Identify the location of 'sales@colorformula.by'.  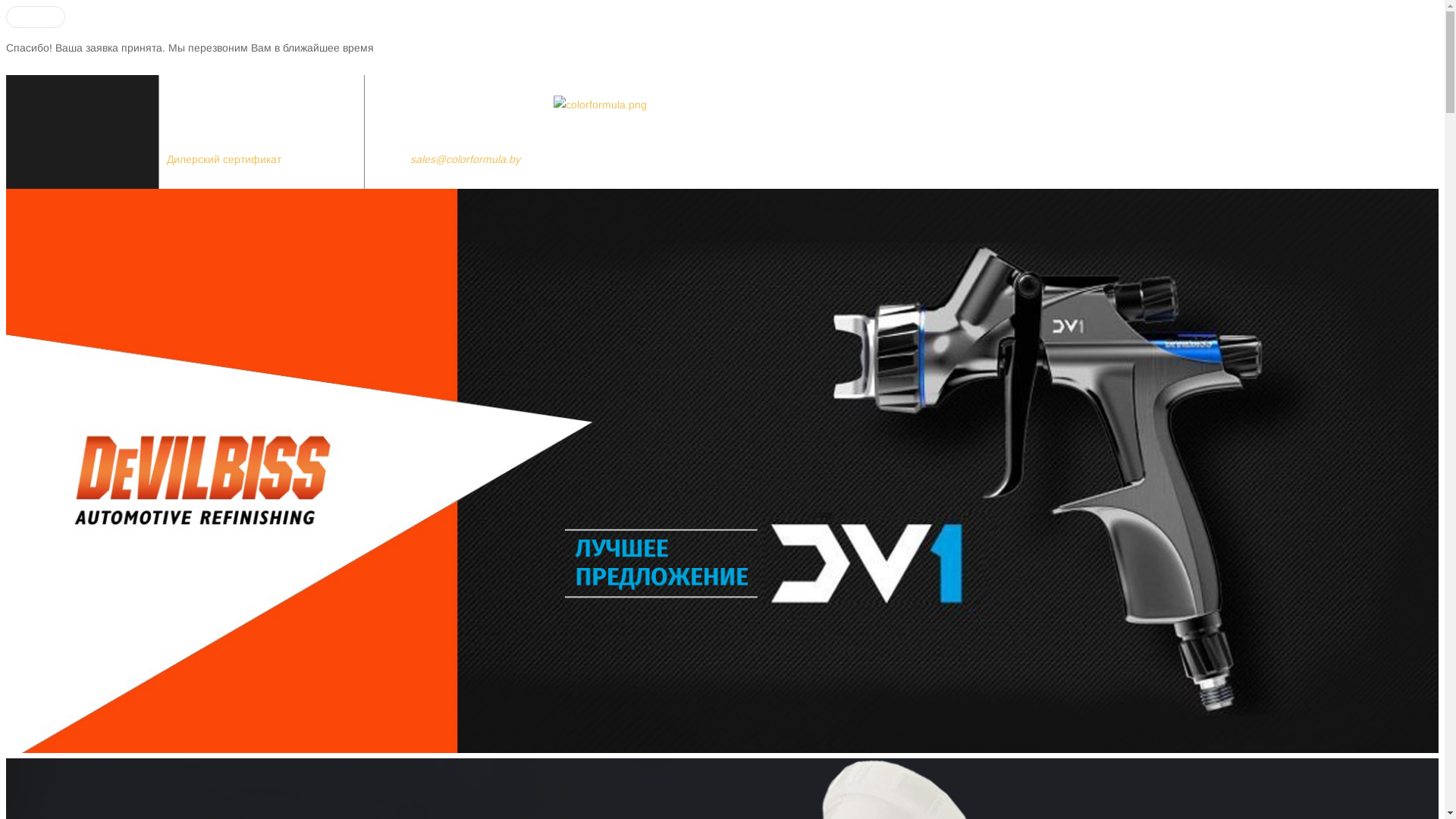
(464, 158).